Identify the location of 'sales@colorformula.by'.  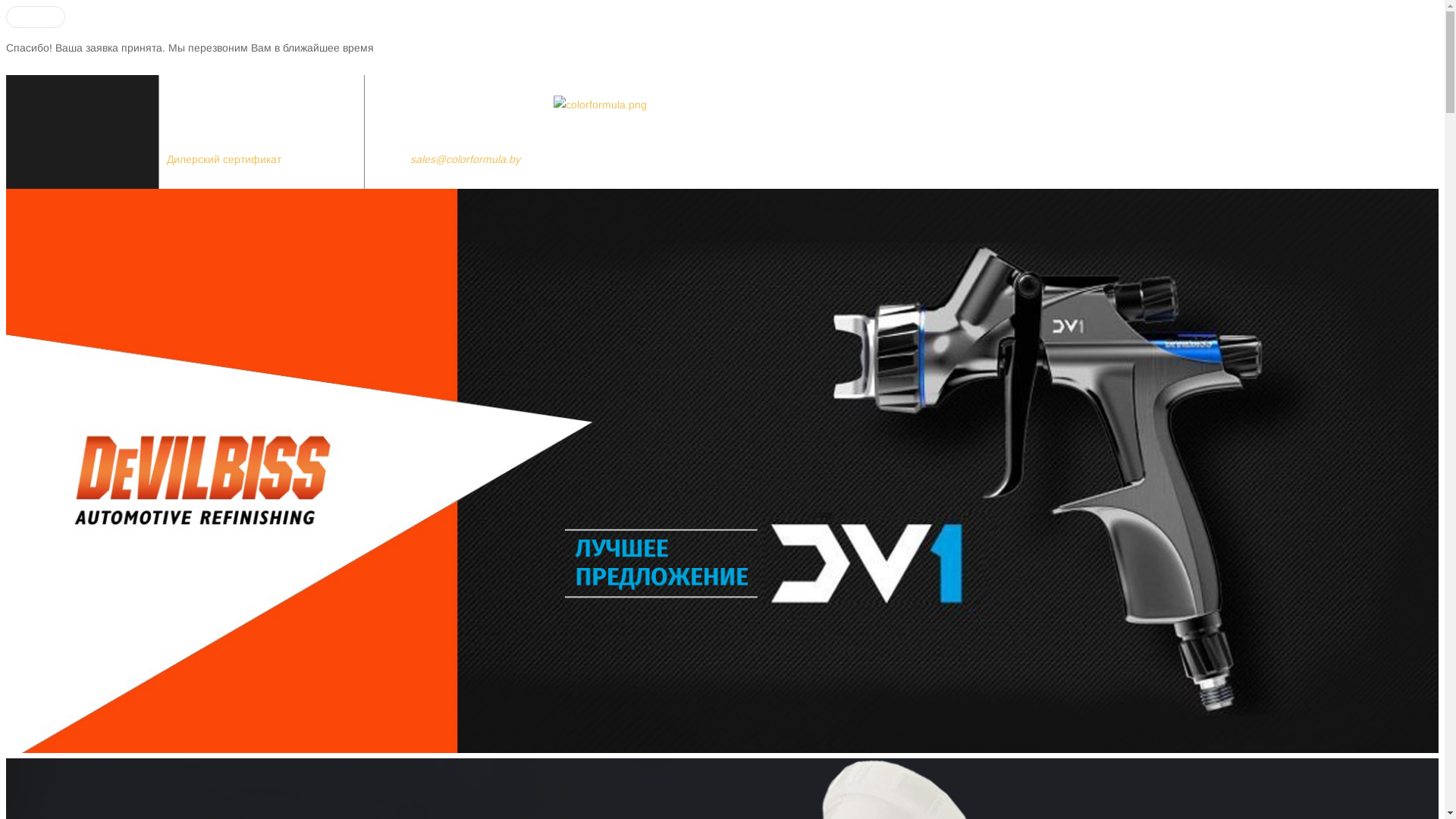
(464, 158).